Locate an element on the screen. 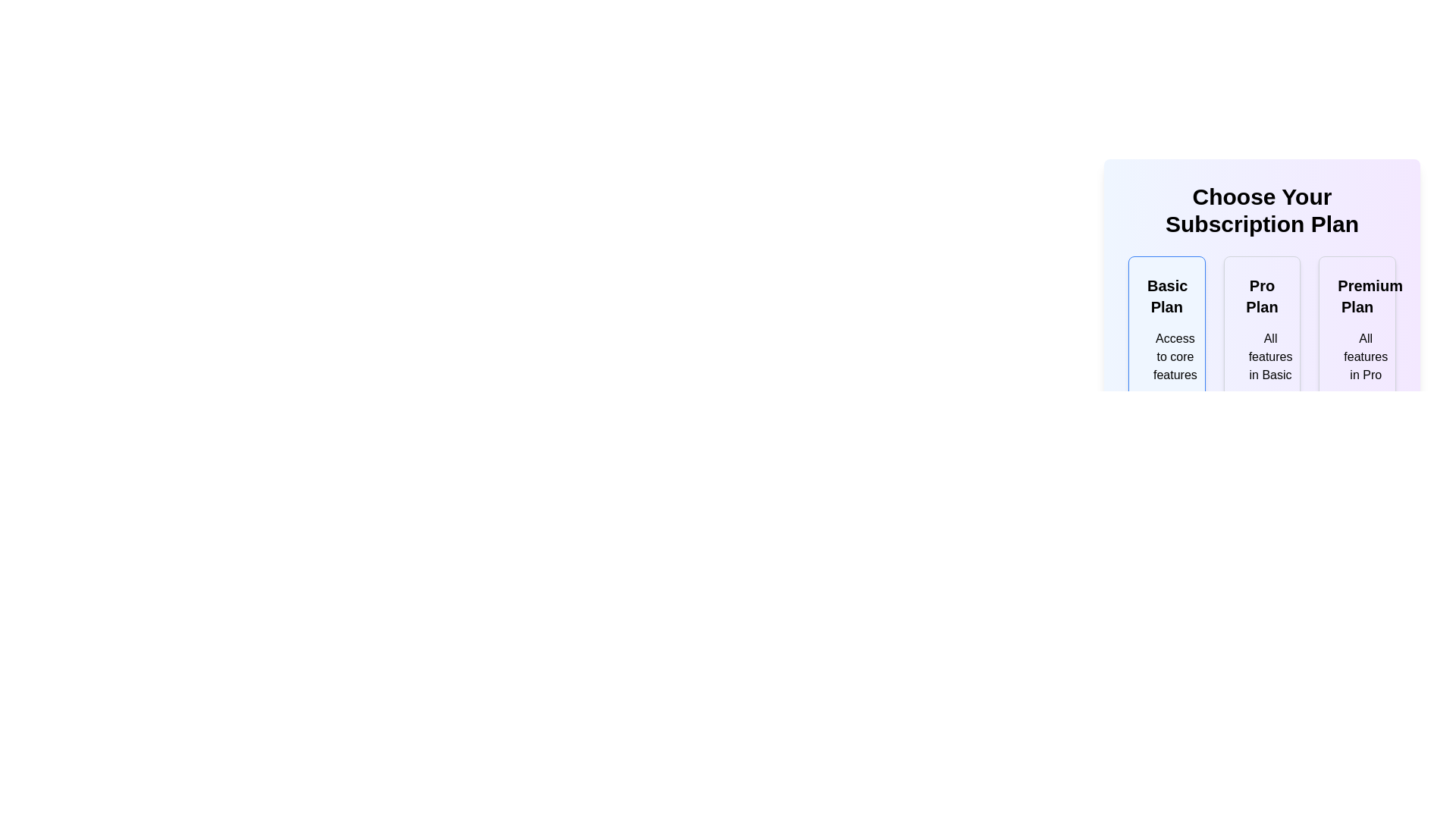  the text label that identifies the 'Basic Plan' subscription option, located at the top of the leftmost card in the subscription options layout is located at coordinates (1166, 296).